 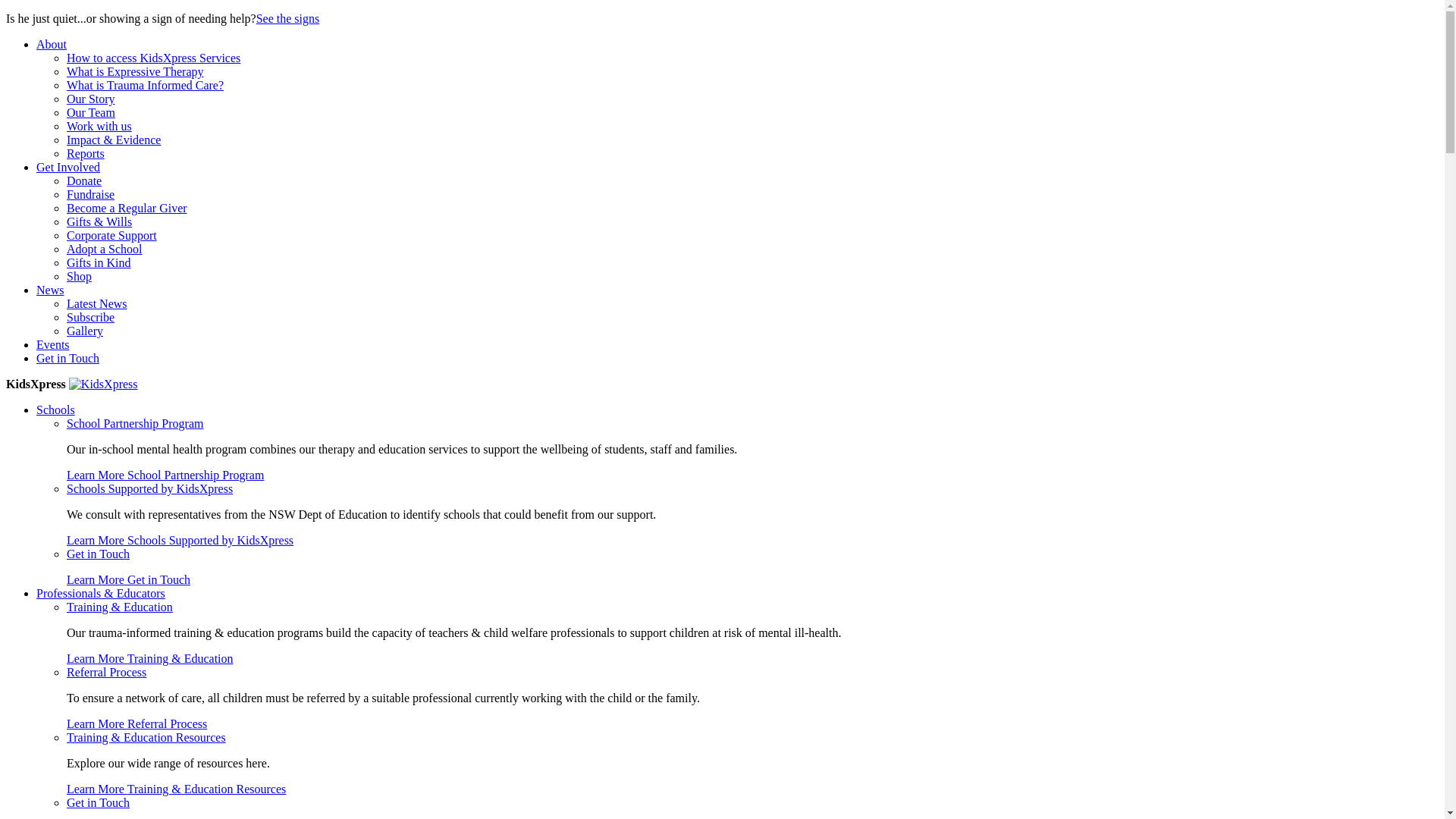 What do you see at coordinates (111, 235) in the screenshot?
I see `'Corporate Support'` at bounding box center [111, 235].